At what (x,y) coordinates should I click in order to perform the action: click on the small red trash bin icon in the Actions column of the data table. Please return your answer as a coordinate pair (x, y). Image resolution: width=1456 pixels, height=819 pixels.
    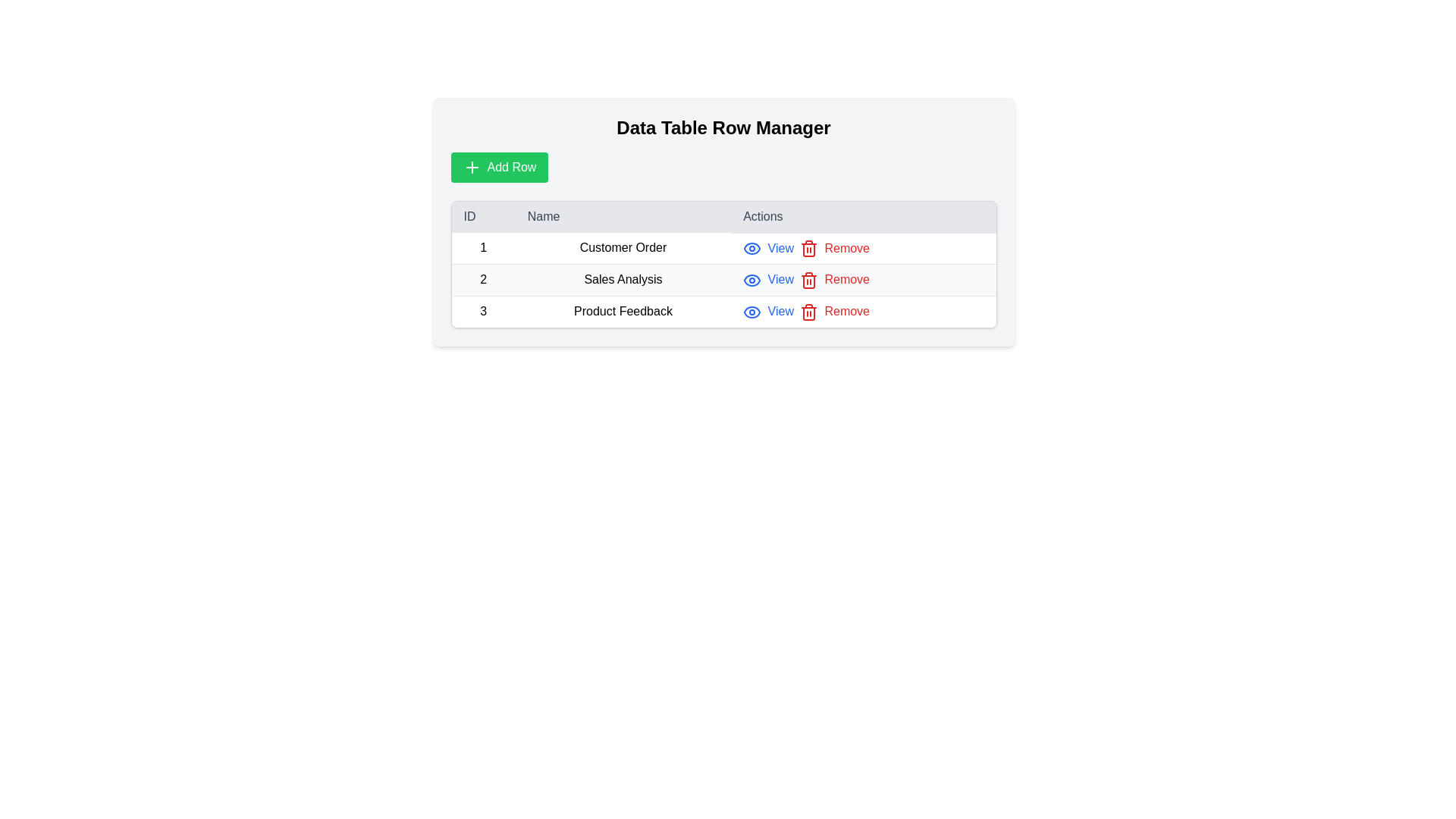
    Looking at the image, I should click on (808, 281).